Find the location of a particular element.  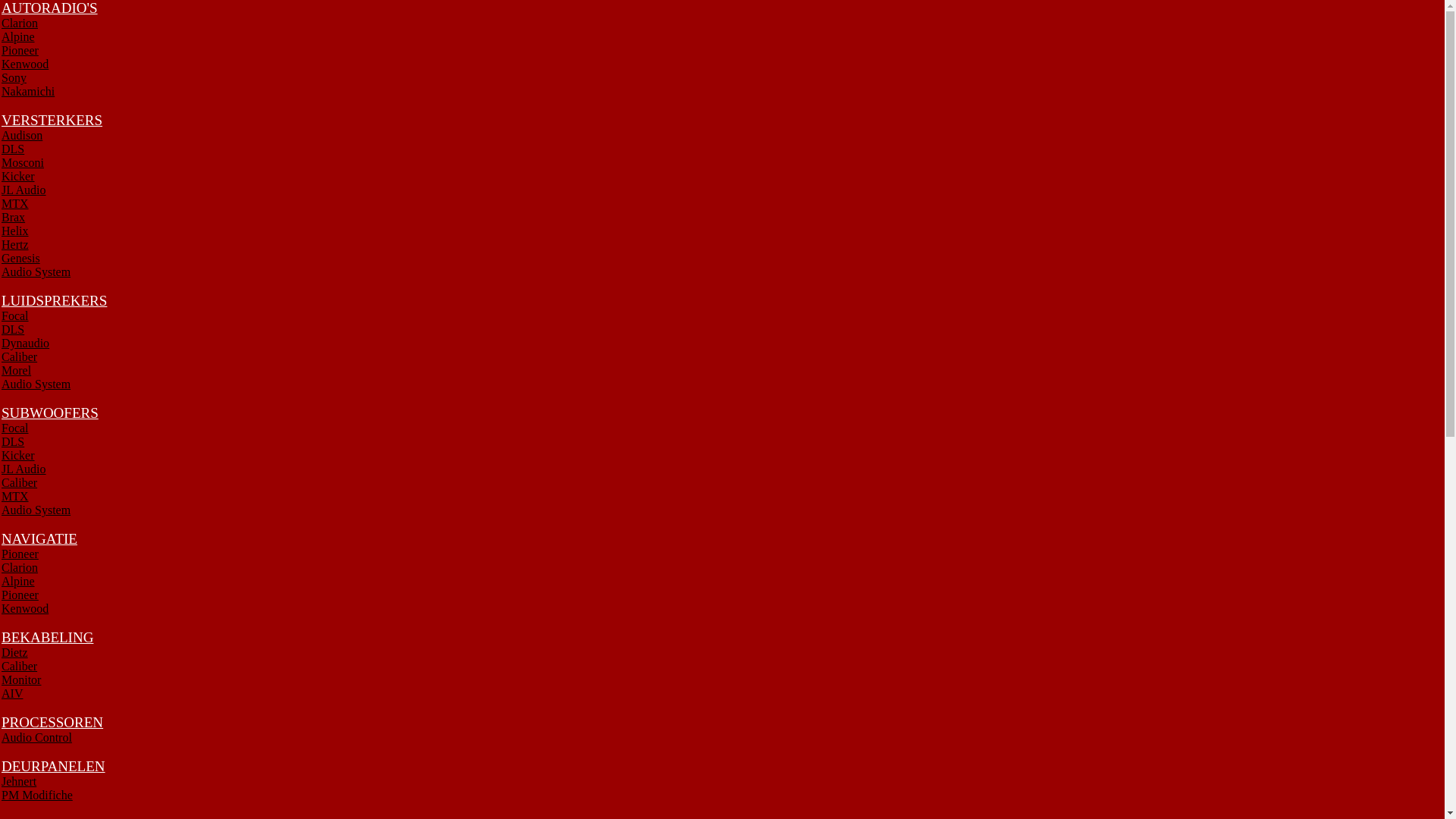

'Pioneer' is located at coordinates (20, 594).